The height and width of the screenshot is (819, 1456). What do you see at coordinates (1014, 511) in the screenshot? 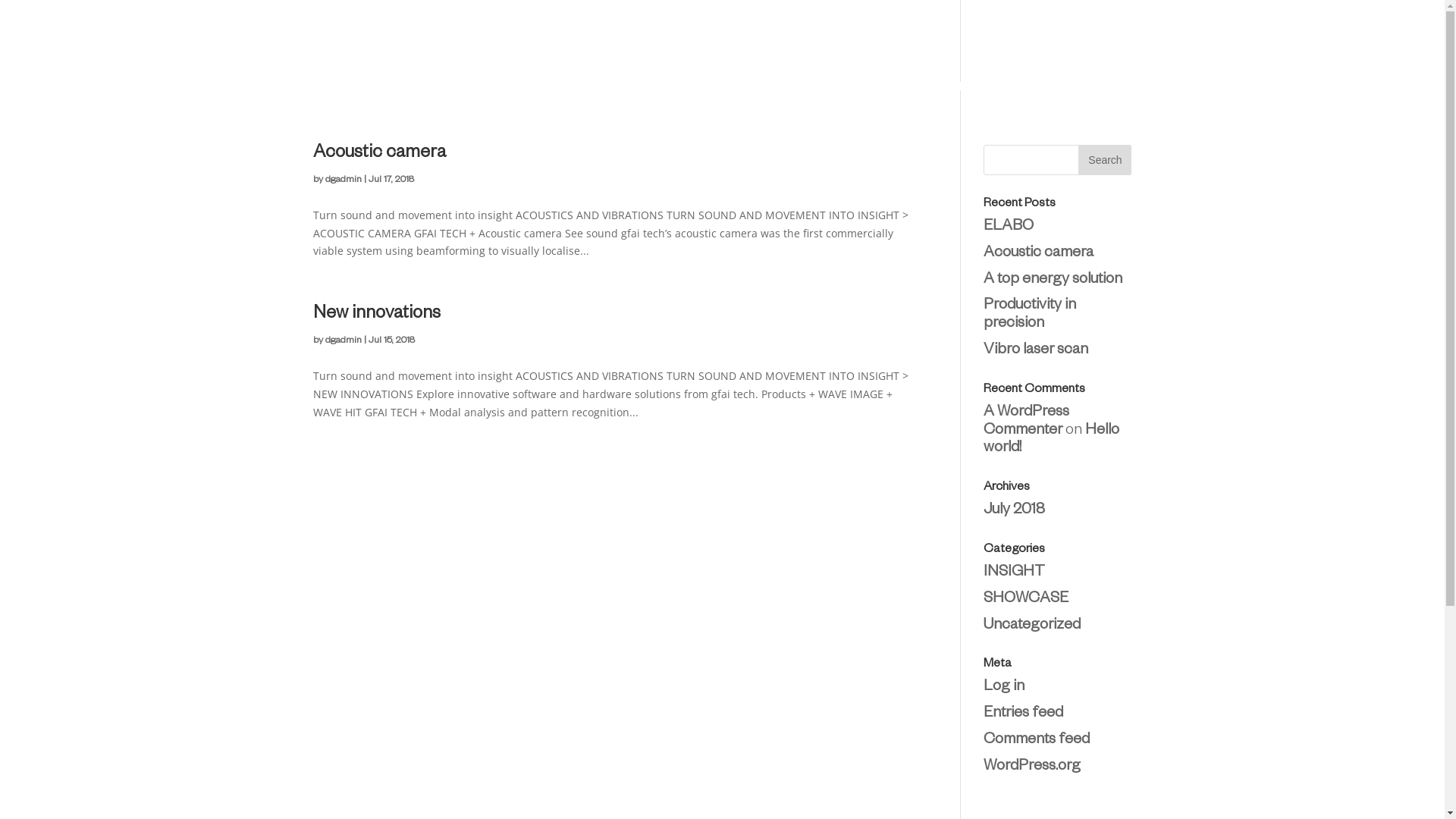
I see `'July 2018'` at bounding box center [1014, 511].